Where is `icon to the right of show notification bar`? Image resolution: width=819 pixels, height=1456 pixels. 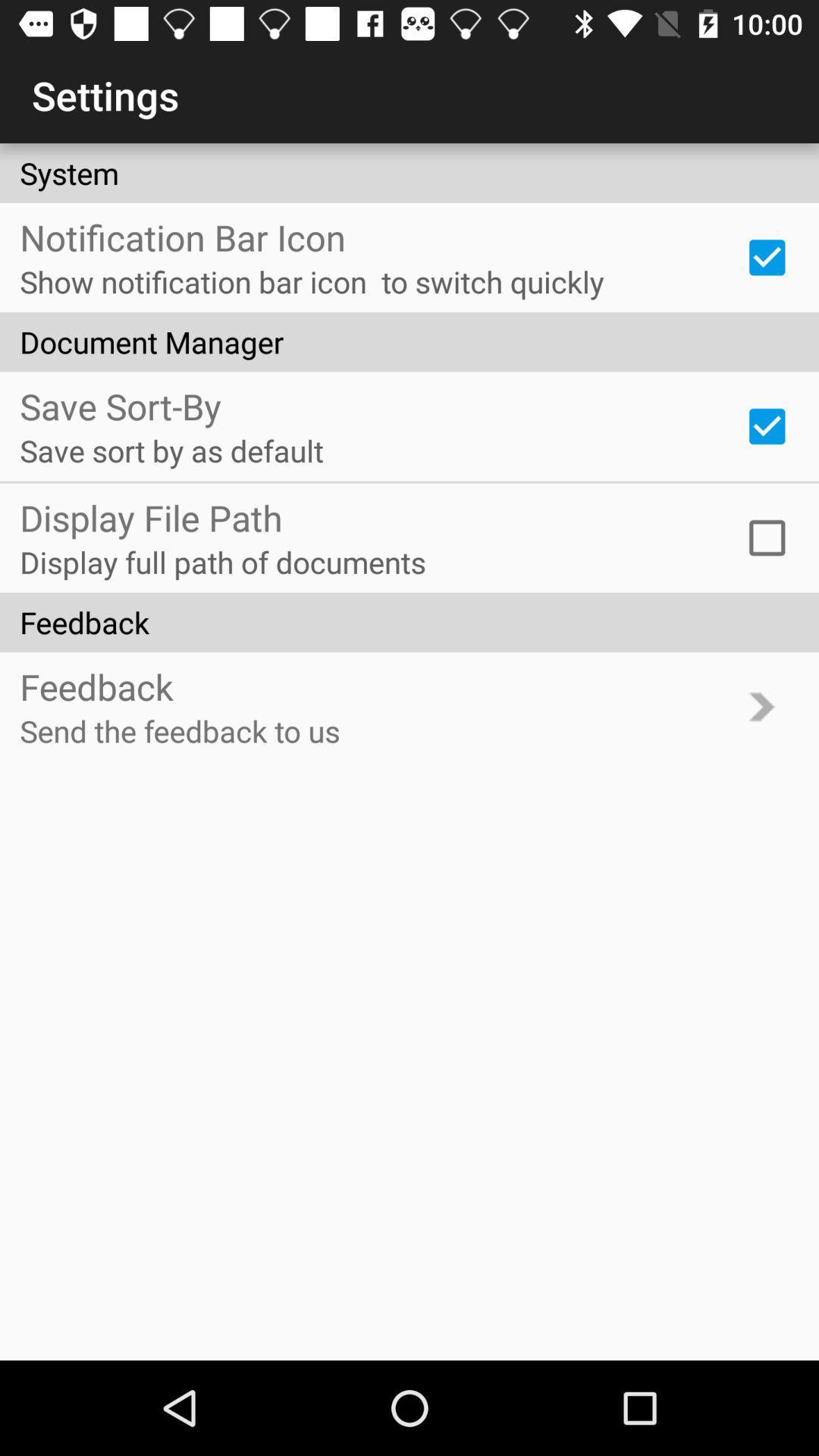 icon to the right of show notification bar is located at coordinates (767, 257).